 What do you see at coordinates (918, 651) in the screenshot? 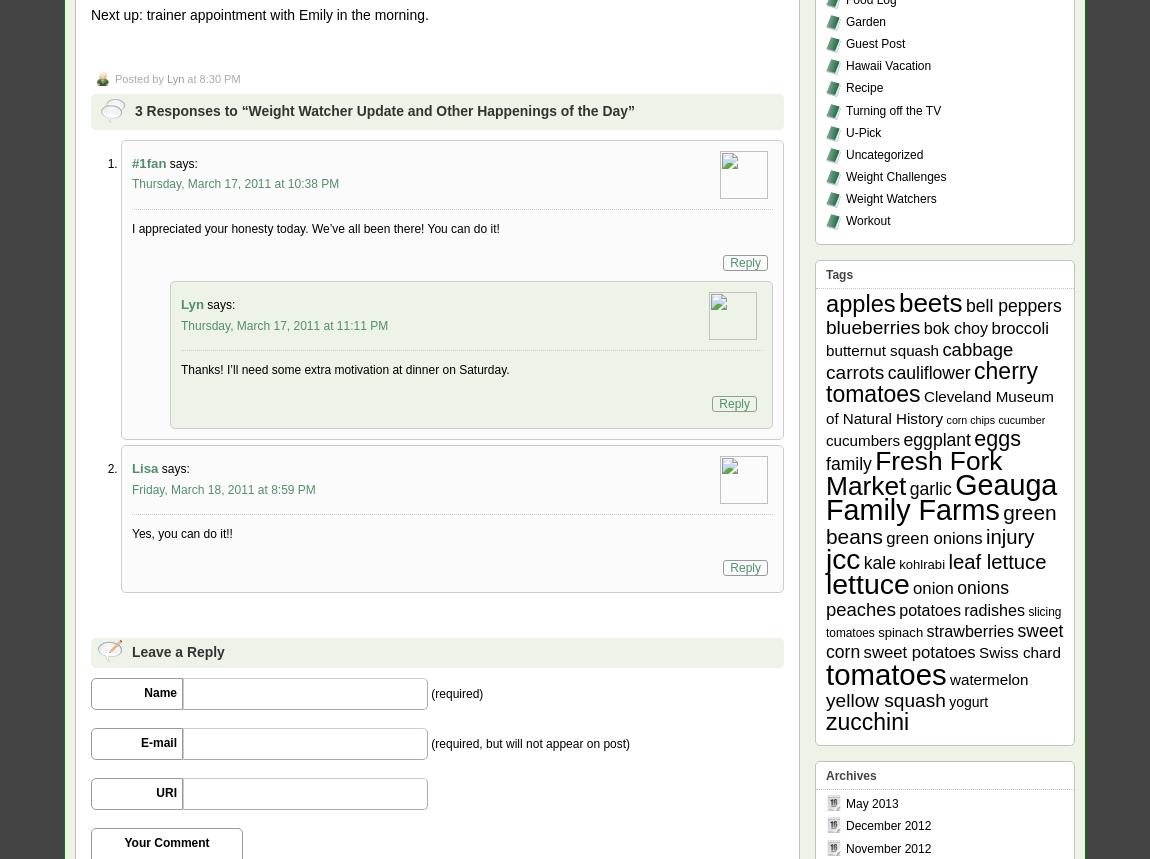
I see `'sweet potatoes'` at bounding box center [918, 651].